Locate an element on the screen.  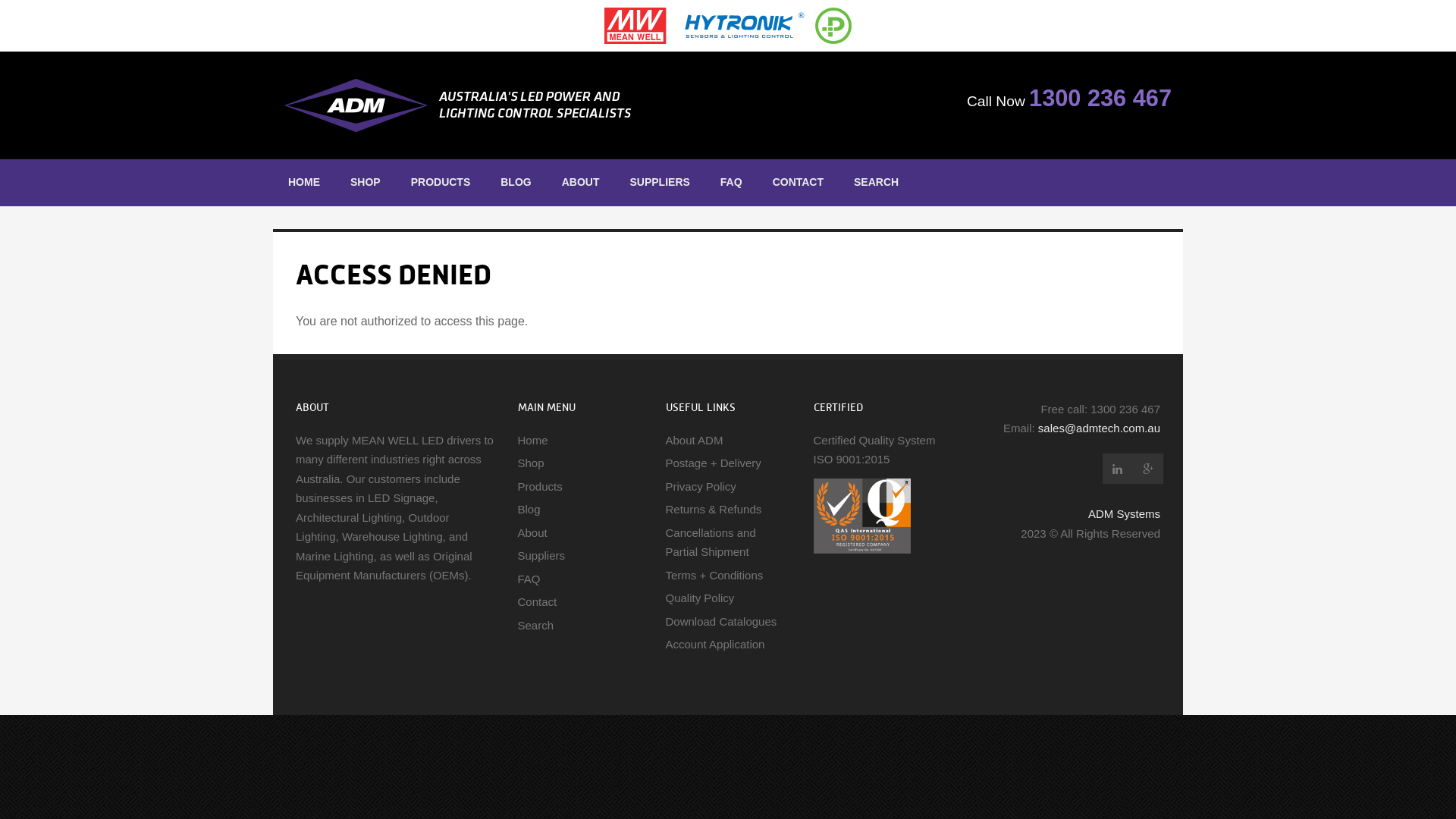
'Account Application' is located at coordinates (714, 644).